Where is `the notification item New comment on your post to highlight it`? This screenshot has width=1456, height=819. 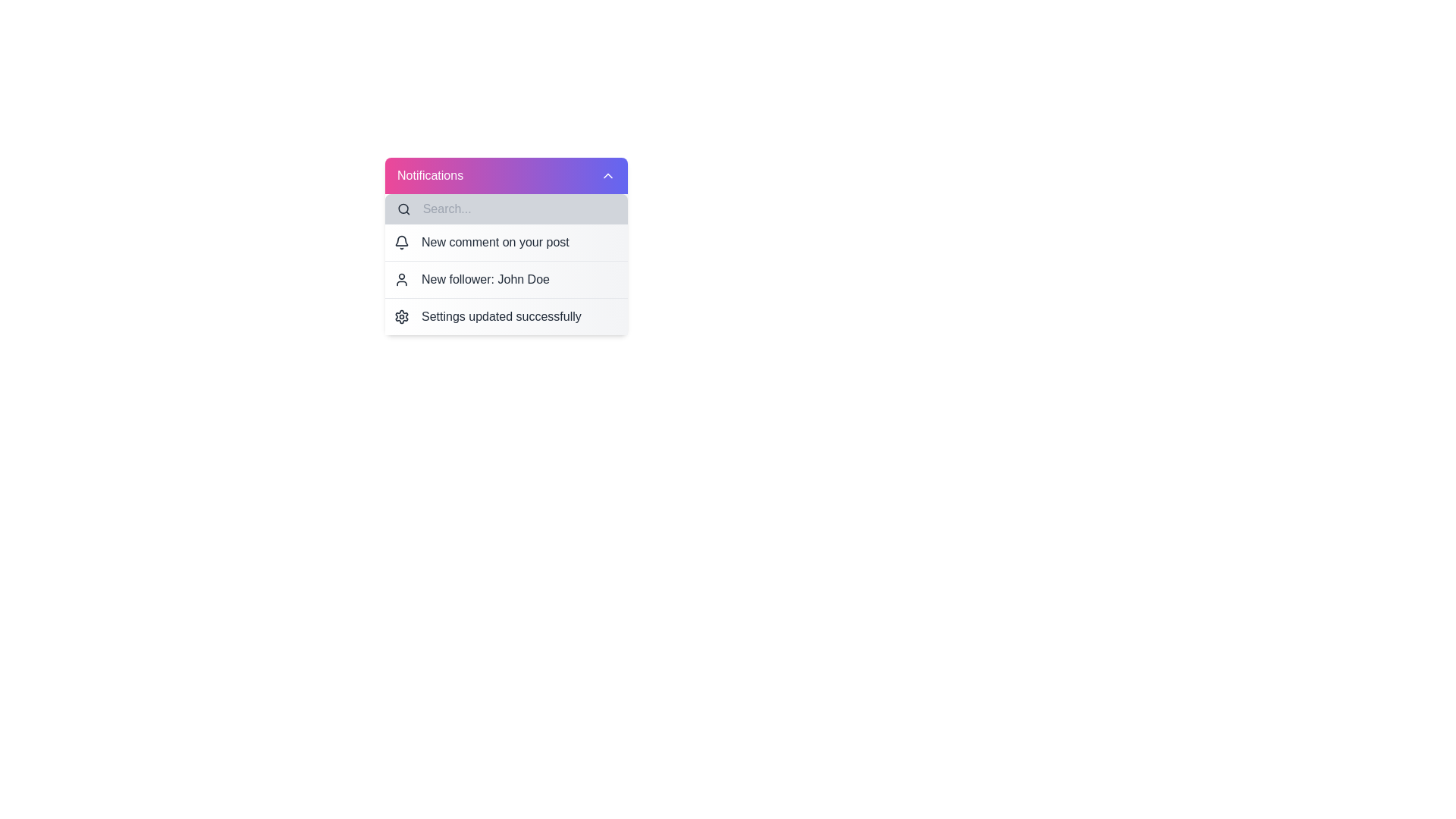
the notification item New comment on your post to highlight it is located at coordinates (506, 242).